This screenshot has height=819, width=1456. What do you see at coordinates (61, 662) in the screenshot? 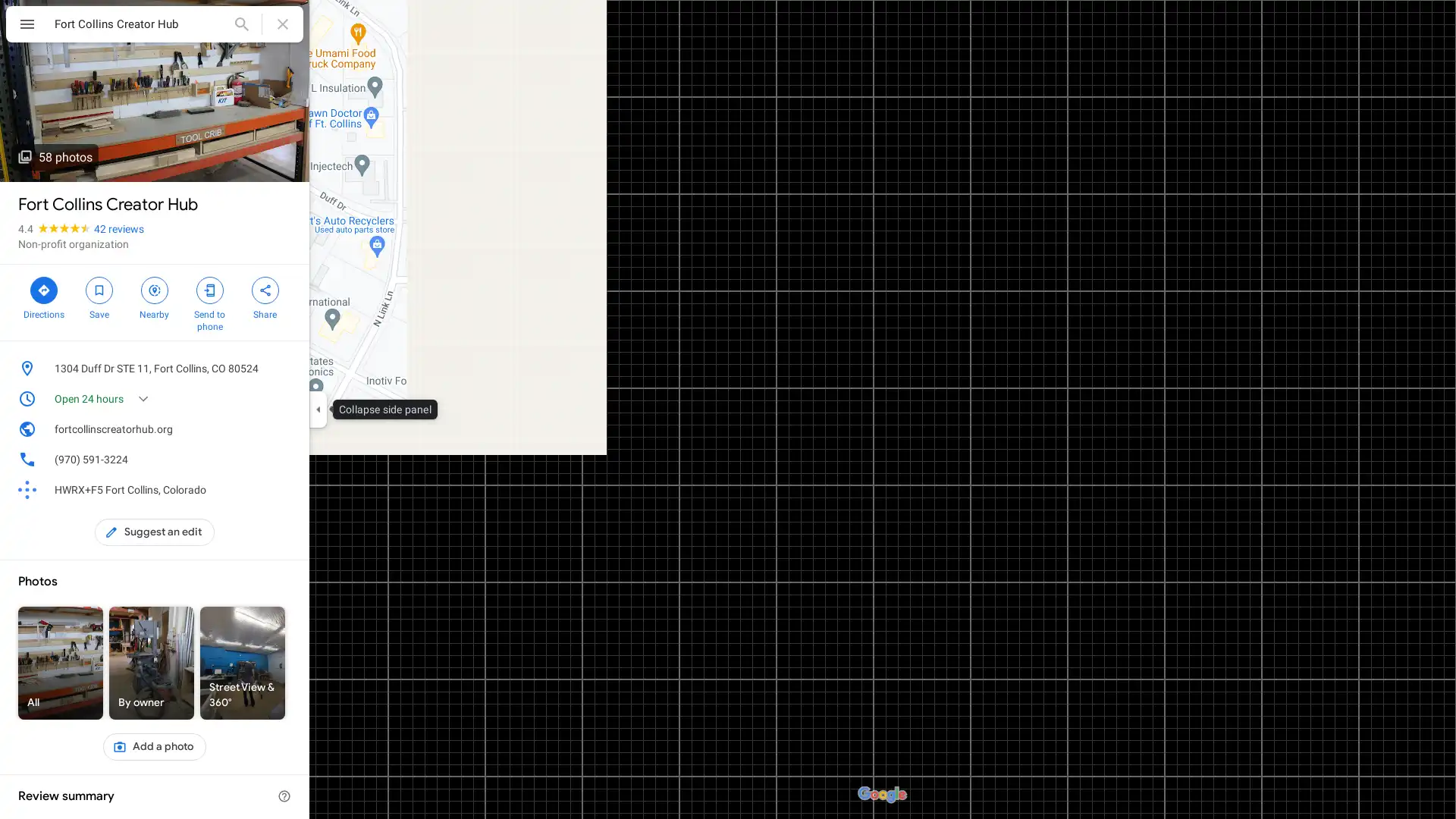
I see `All` at bounding box center [61, 662].